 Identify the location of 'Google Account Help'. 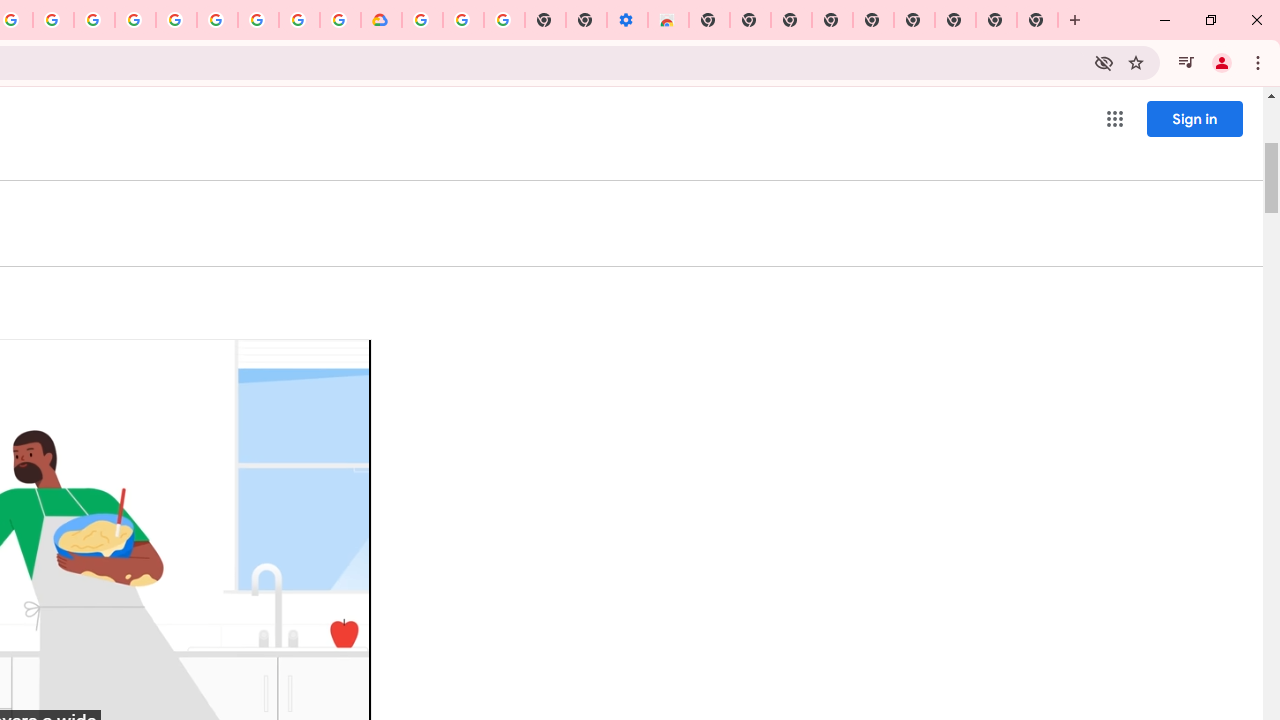
(462, 20).